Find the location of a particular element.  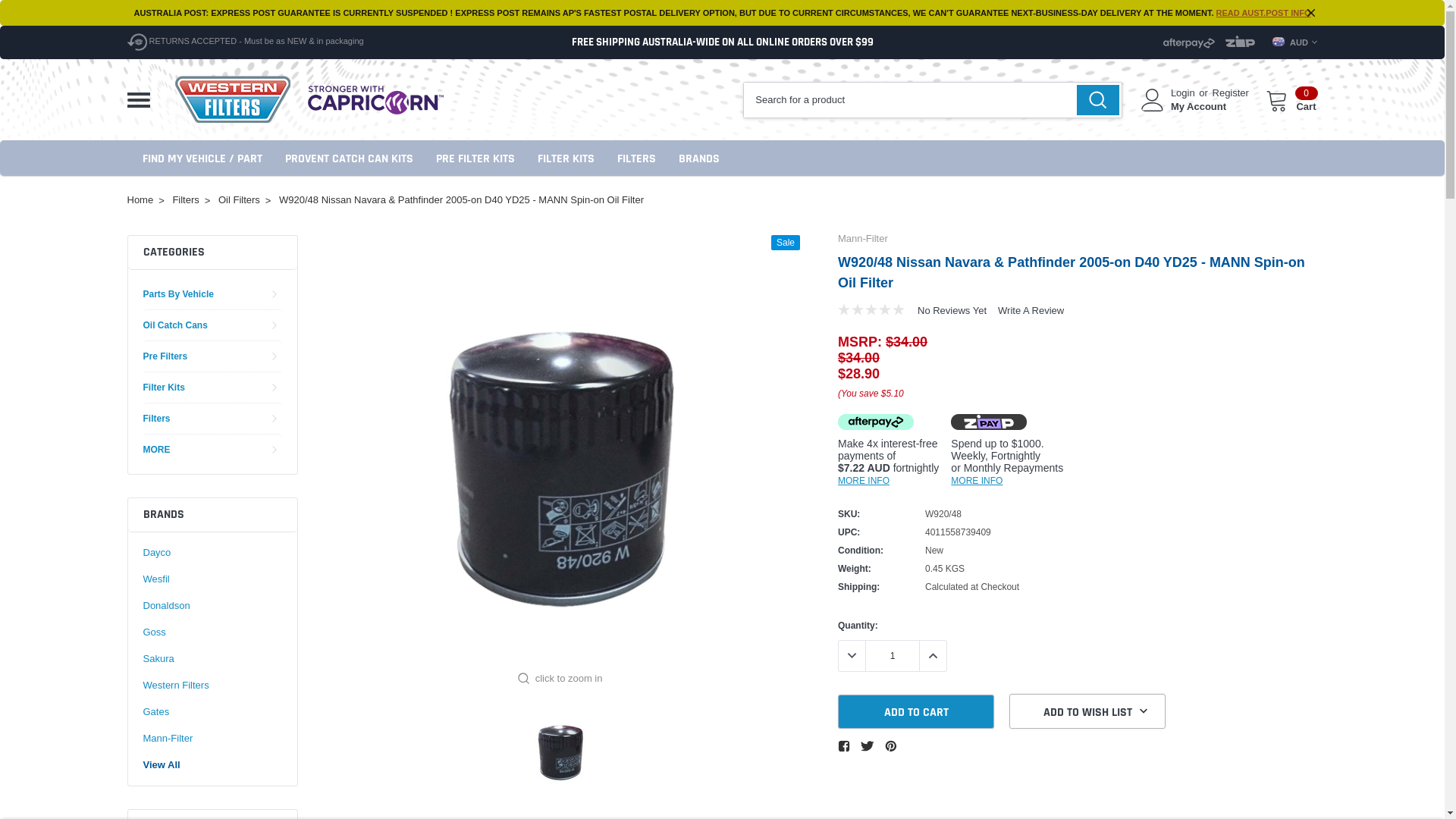

'Add to Cart' is located at coordinates (836, 711).